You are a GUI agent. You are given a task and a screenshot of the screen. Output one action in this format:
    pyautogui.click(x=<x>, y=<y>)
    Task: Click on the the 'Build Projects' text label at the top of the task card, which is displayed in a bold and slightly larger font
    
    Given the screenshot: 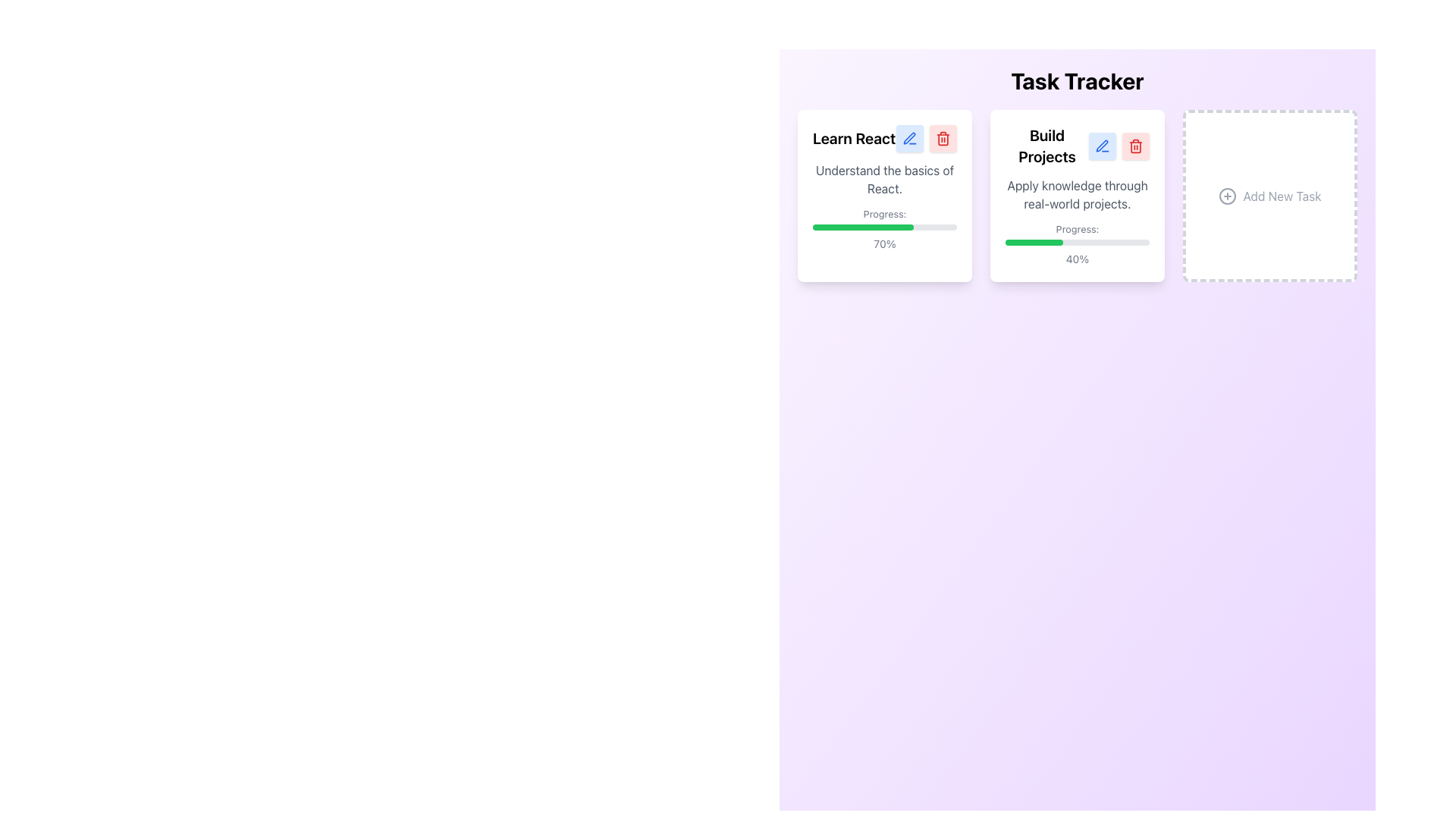 What is the action you would take?
    pyautogui.click(x=1046, y=146)
    